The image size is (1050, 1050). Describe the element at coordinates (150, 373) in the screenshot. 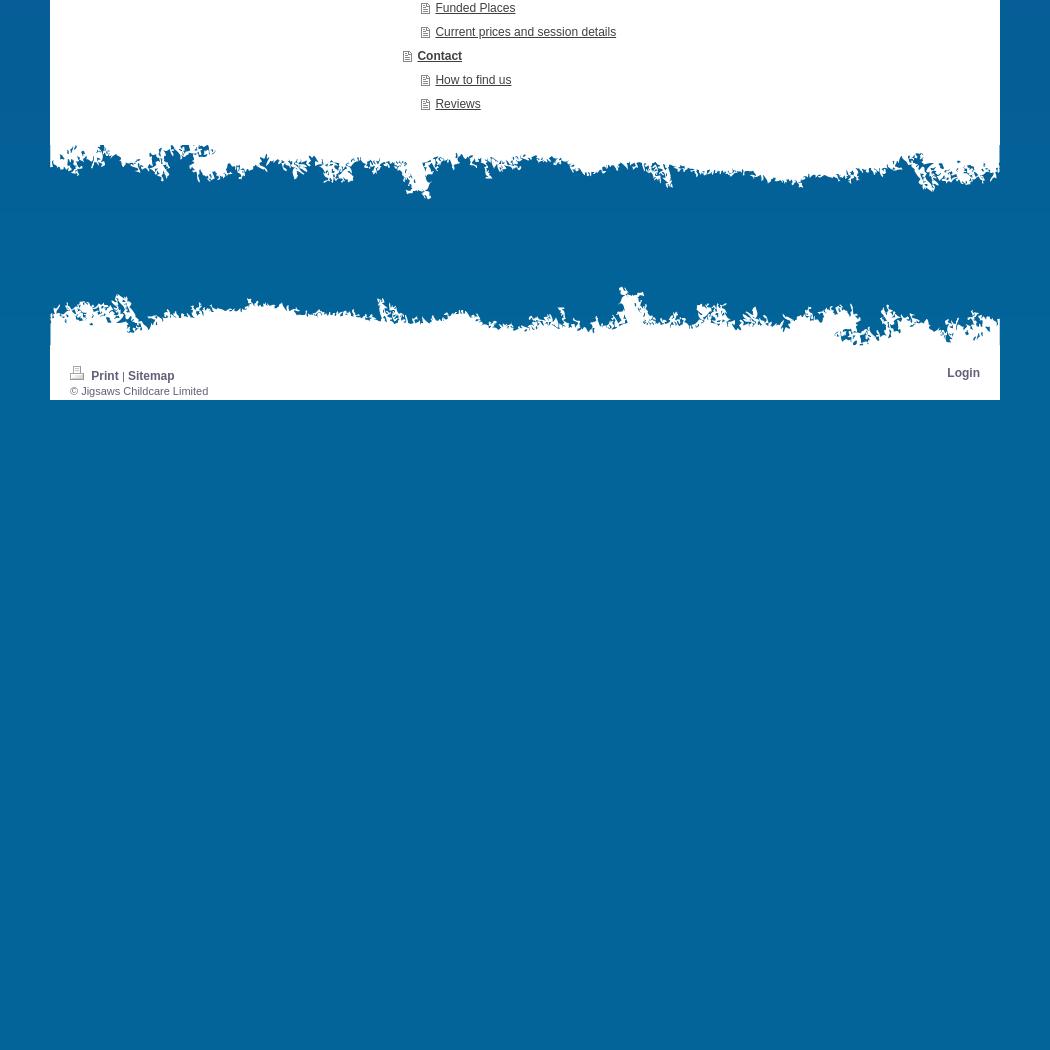

I see `'Sitemap'` at that location.